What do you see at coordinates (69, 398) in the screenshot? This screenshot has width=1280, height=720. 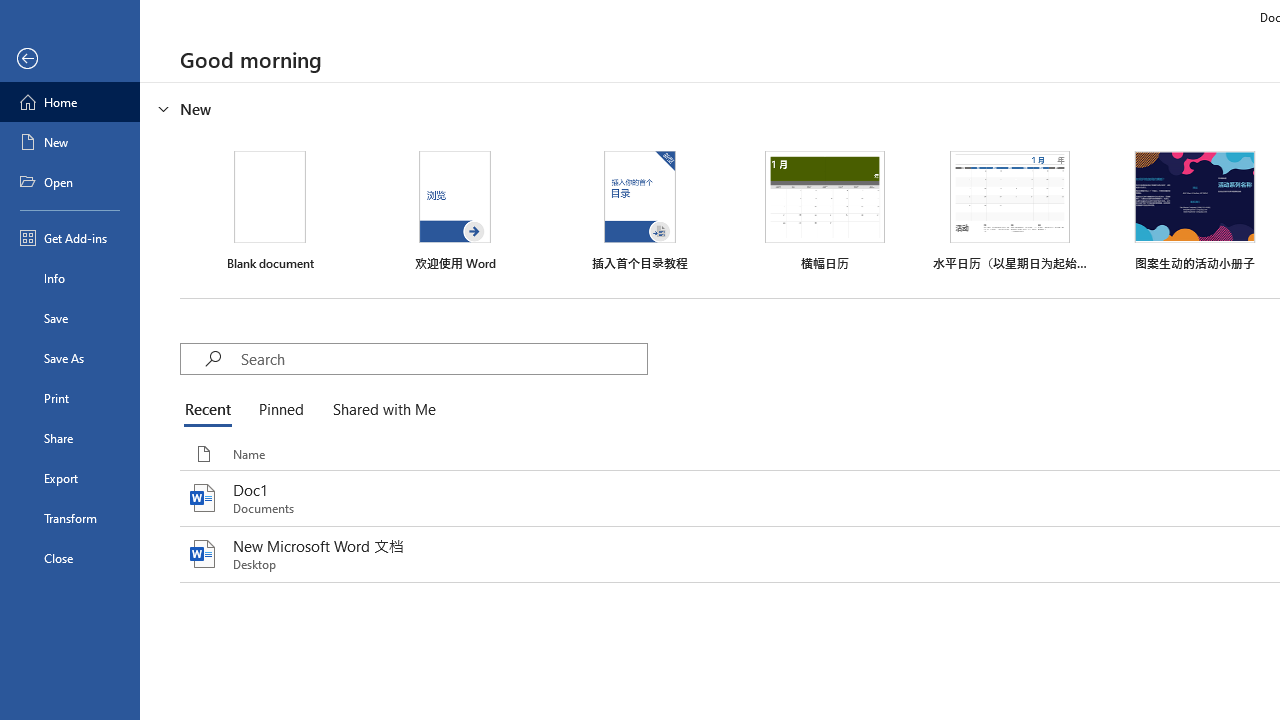 I see `'Print'` at bounding box center [69, 398].